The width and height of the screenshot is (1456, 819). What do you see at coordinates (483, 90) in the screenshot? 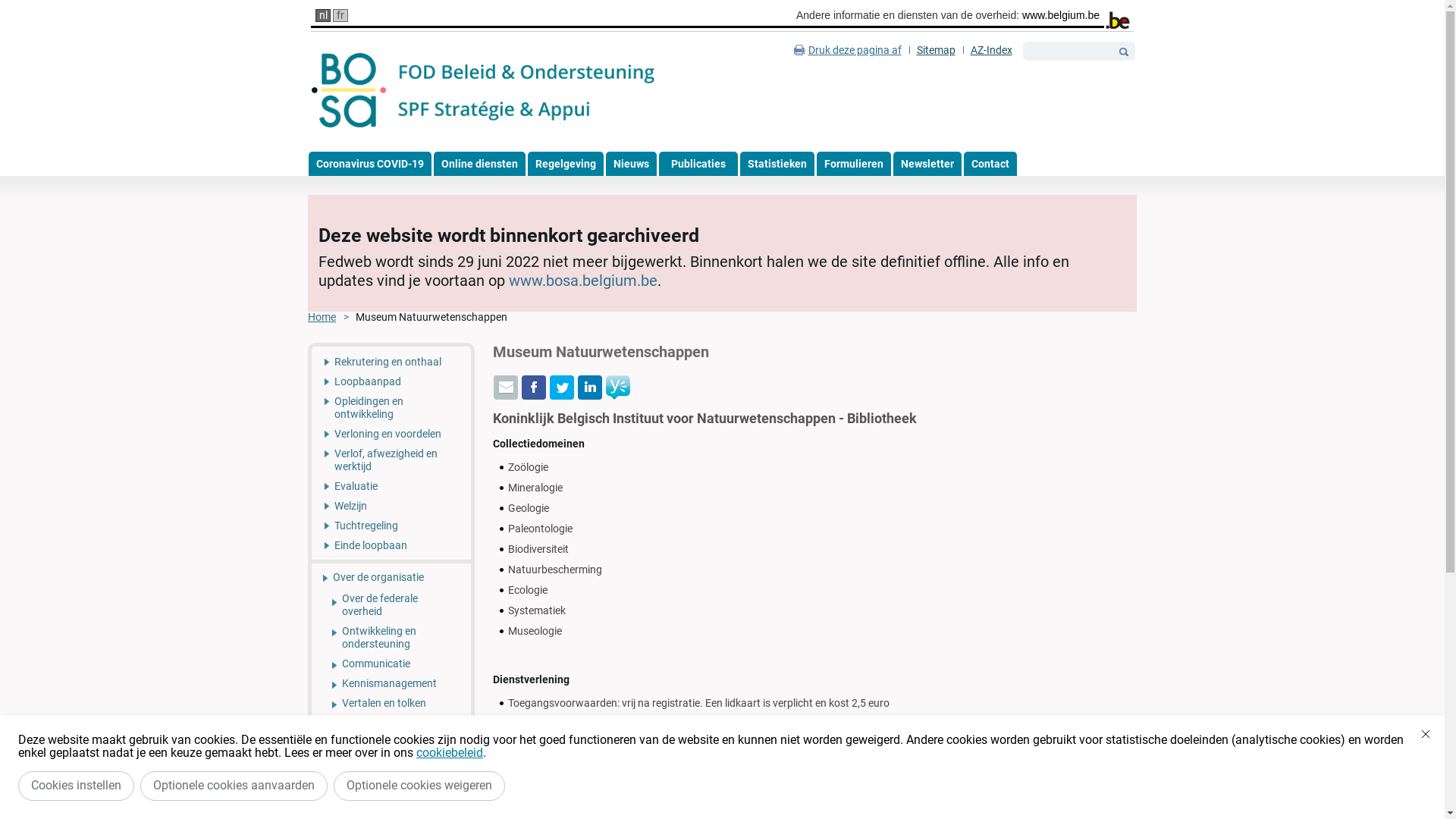
I see `'Terug naar de Fedweb homepage'` at bounding box center [483, 90].